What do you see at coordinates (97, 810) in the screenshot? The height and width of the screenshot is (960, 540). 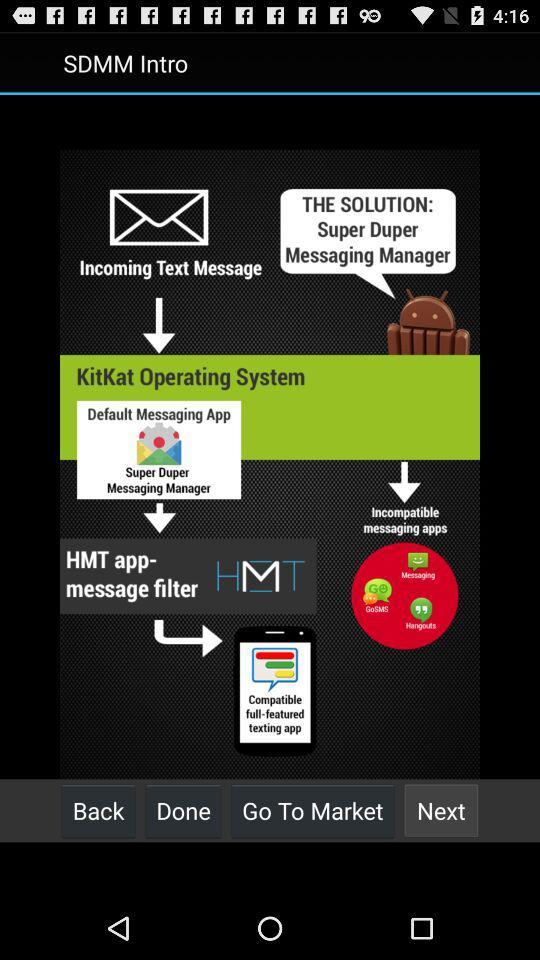 I see `the back item` at bounding box center [97, 810].